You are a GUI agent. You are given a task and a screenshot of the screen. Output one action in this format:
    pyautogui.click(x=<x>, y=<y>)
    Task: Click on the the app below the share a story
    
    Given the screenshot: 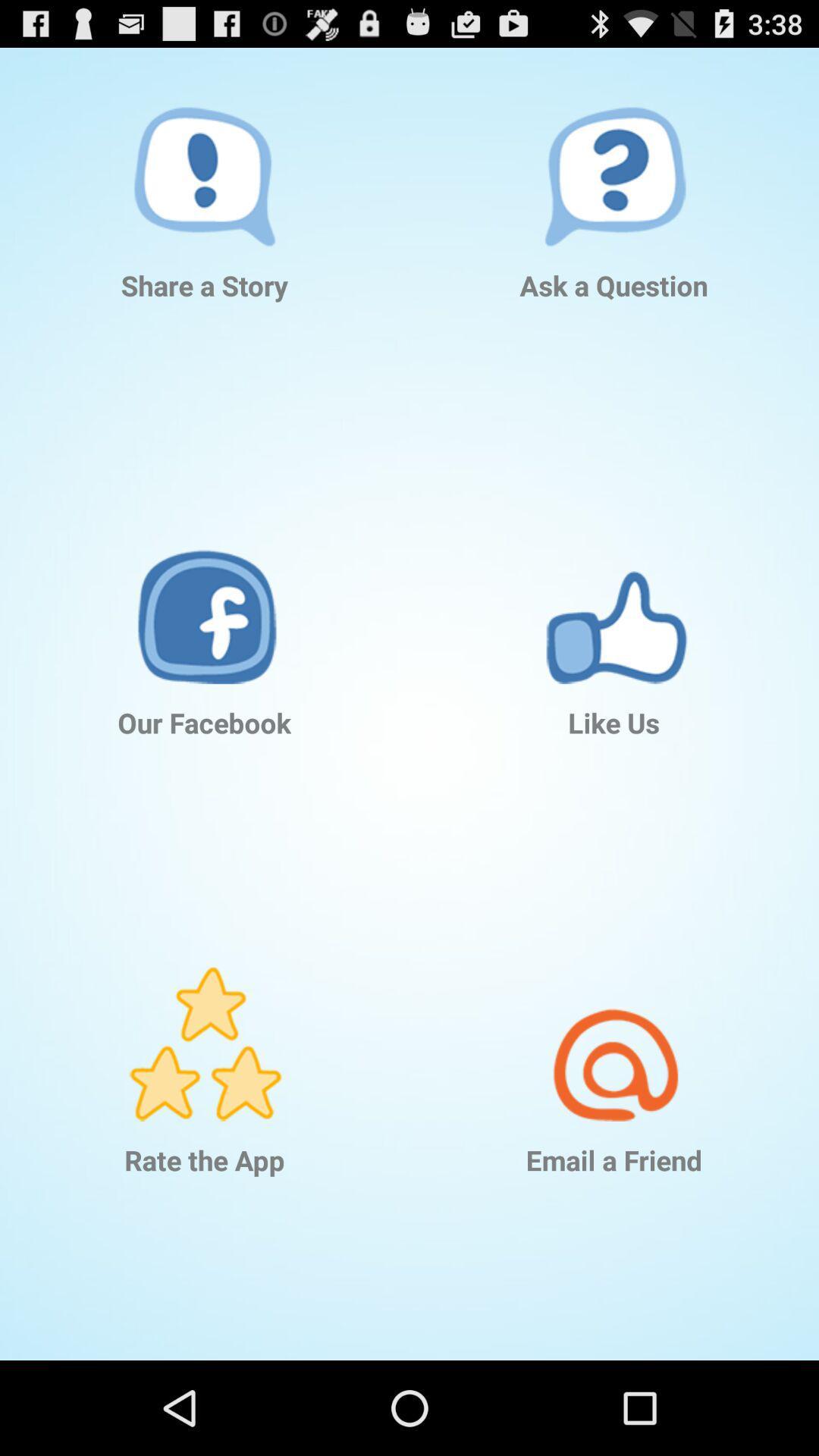 What is the action you would take?
    pyautogui.click(x=205, y=584)
    